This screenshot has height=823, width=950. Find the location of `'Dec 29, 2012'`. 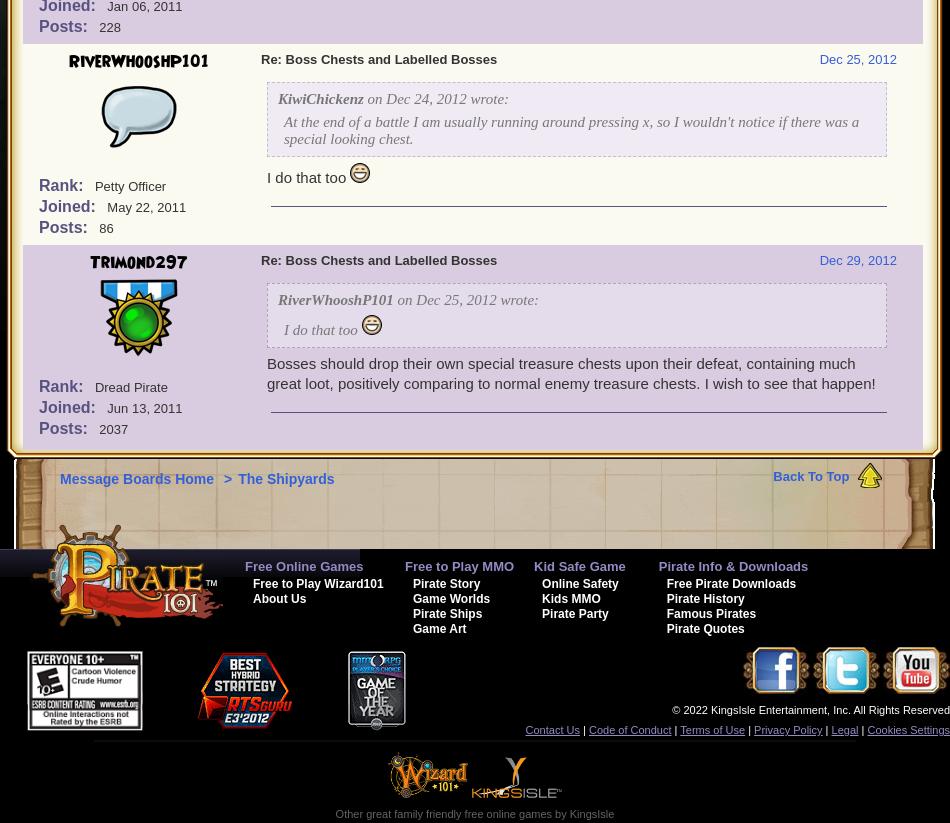

'Dec 29, 2012' is located at coordinates (857, 259).